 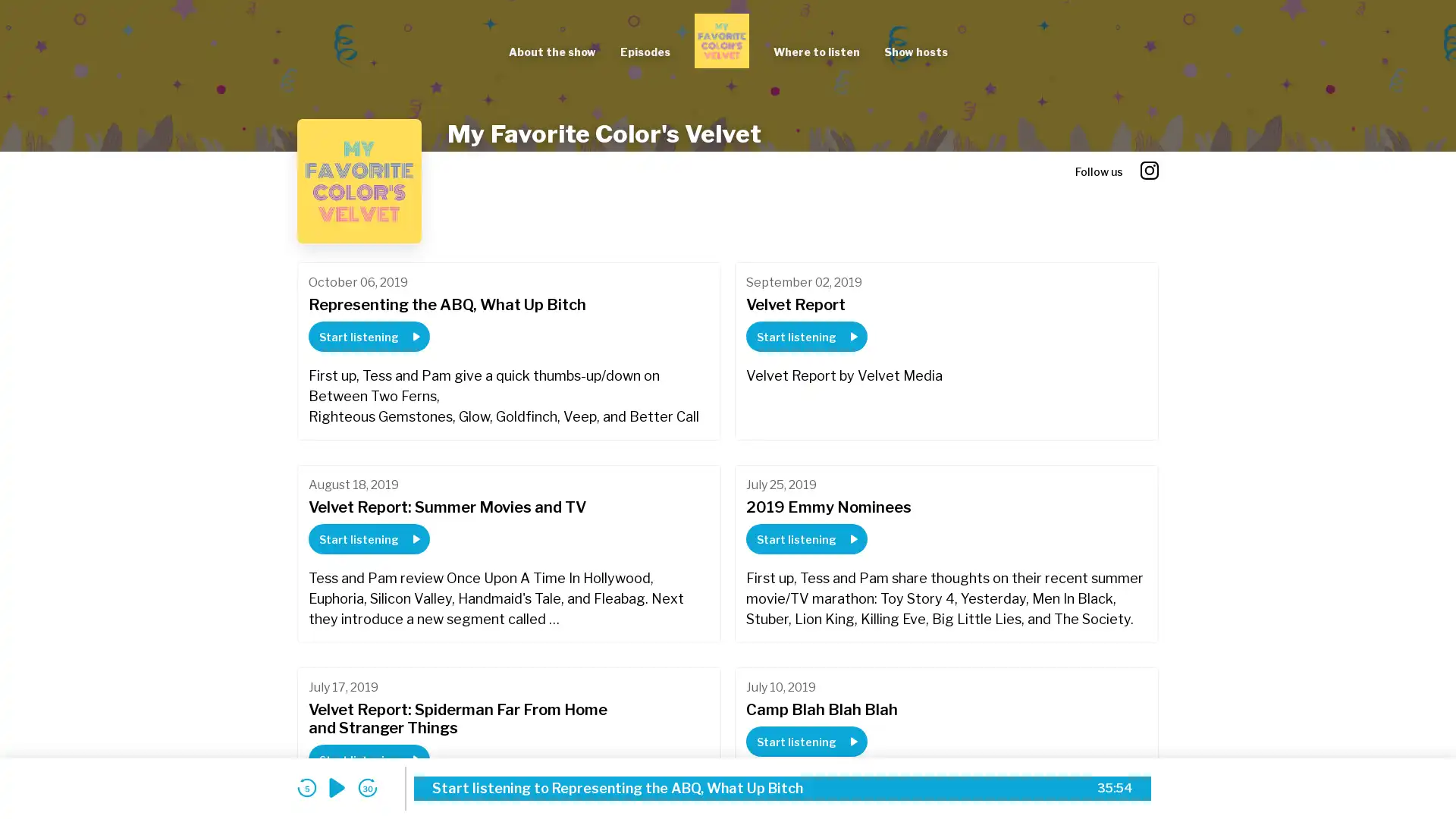 What do you see at coordinates (306, 787) in the screenshot?
I see `skip back 5 seconds` at bounding box center [306, 787].